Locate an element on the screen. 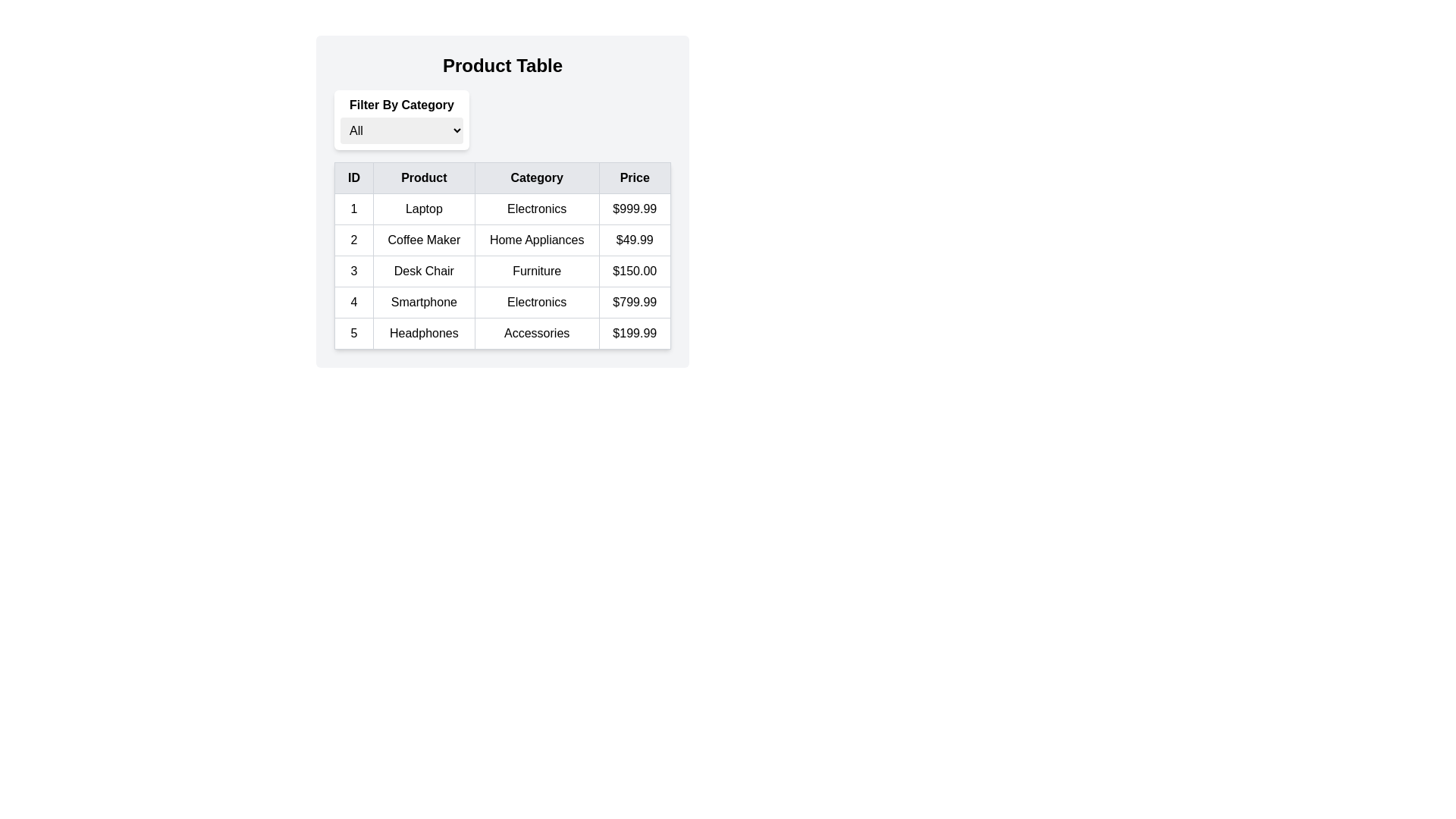 Image resolution: width=1456 pixels, height=819 pixels. the text display field showing 'Headphones' in the second column of the fifth row of the product table is located at coordinates (424, 332).